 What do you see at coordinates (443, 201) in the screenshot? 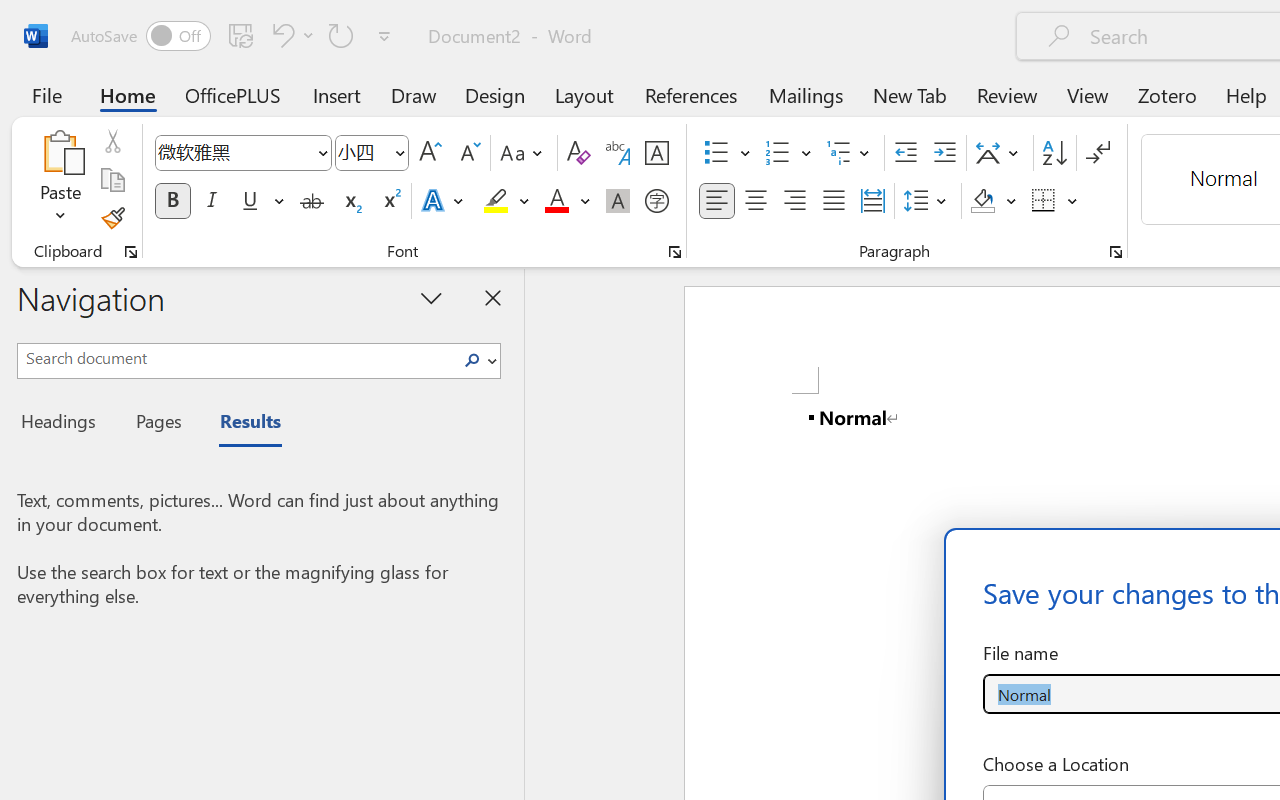
I see `'Text Effects and Typography'` at bounding box center [443, 201].